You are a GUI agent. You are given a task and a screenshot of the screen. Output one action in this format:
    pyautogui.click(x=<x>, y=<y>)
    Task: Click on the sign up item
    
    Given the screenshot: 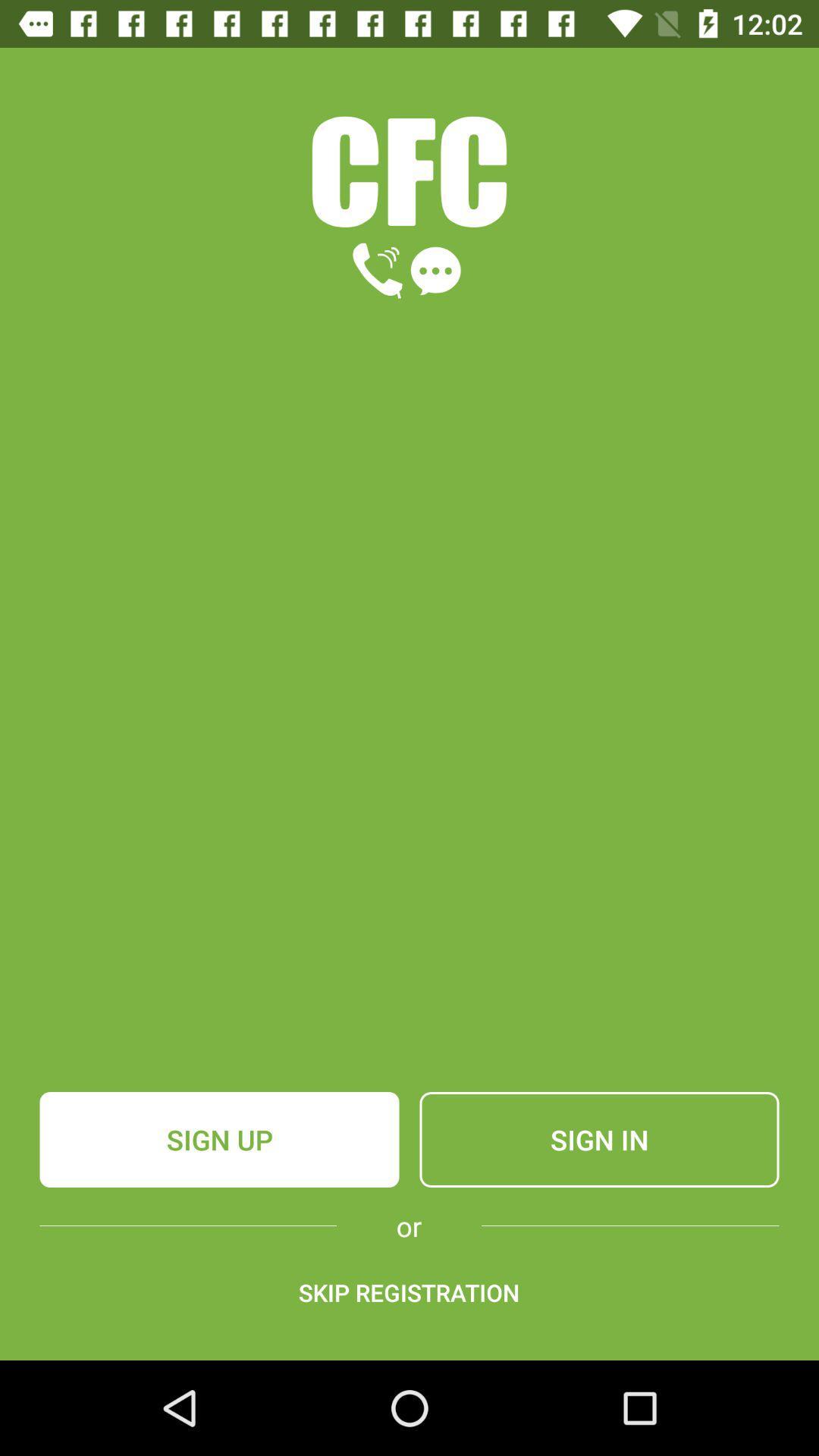 What is the action you would take?
    pyautogui.click(x=219, y=1139)
    